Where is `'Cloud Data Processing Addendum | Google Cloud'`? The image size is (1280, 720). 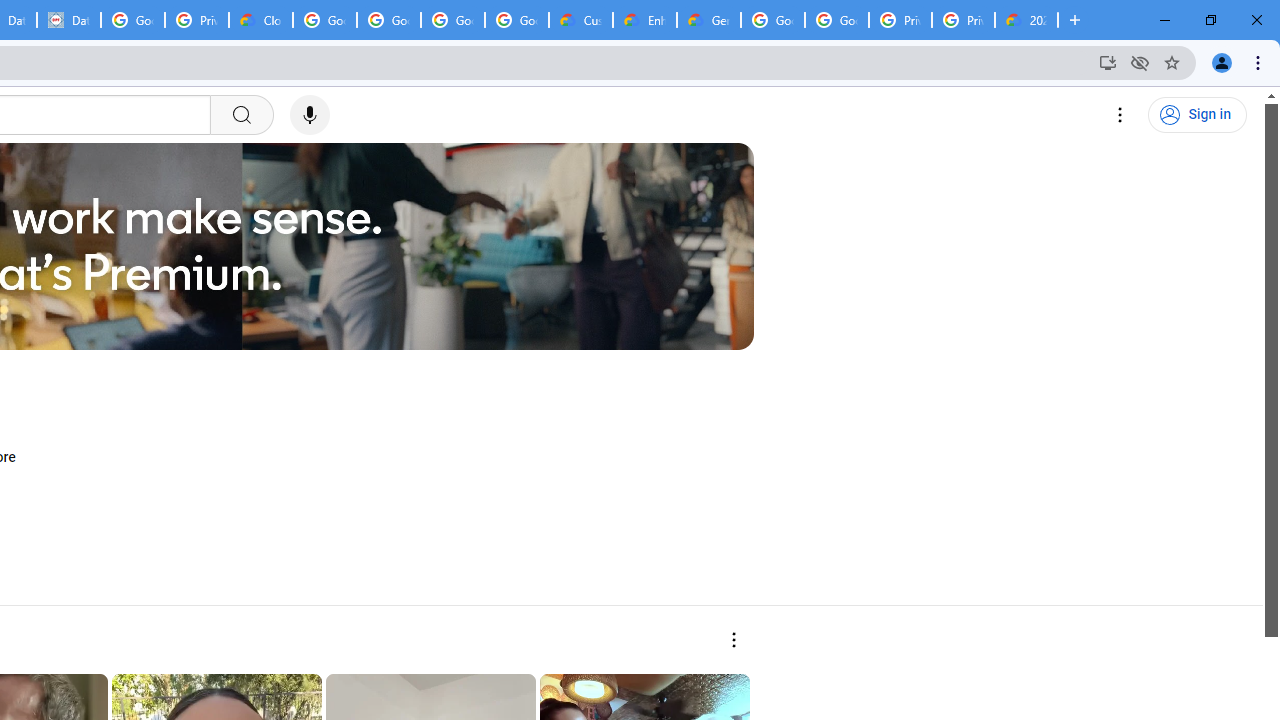
'Cloud Data Processing Addendum | Google Cloud' is located at coordinates (260, 20).